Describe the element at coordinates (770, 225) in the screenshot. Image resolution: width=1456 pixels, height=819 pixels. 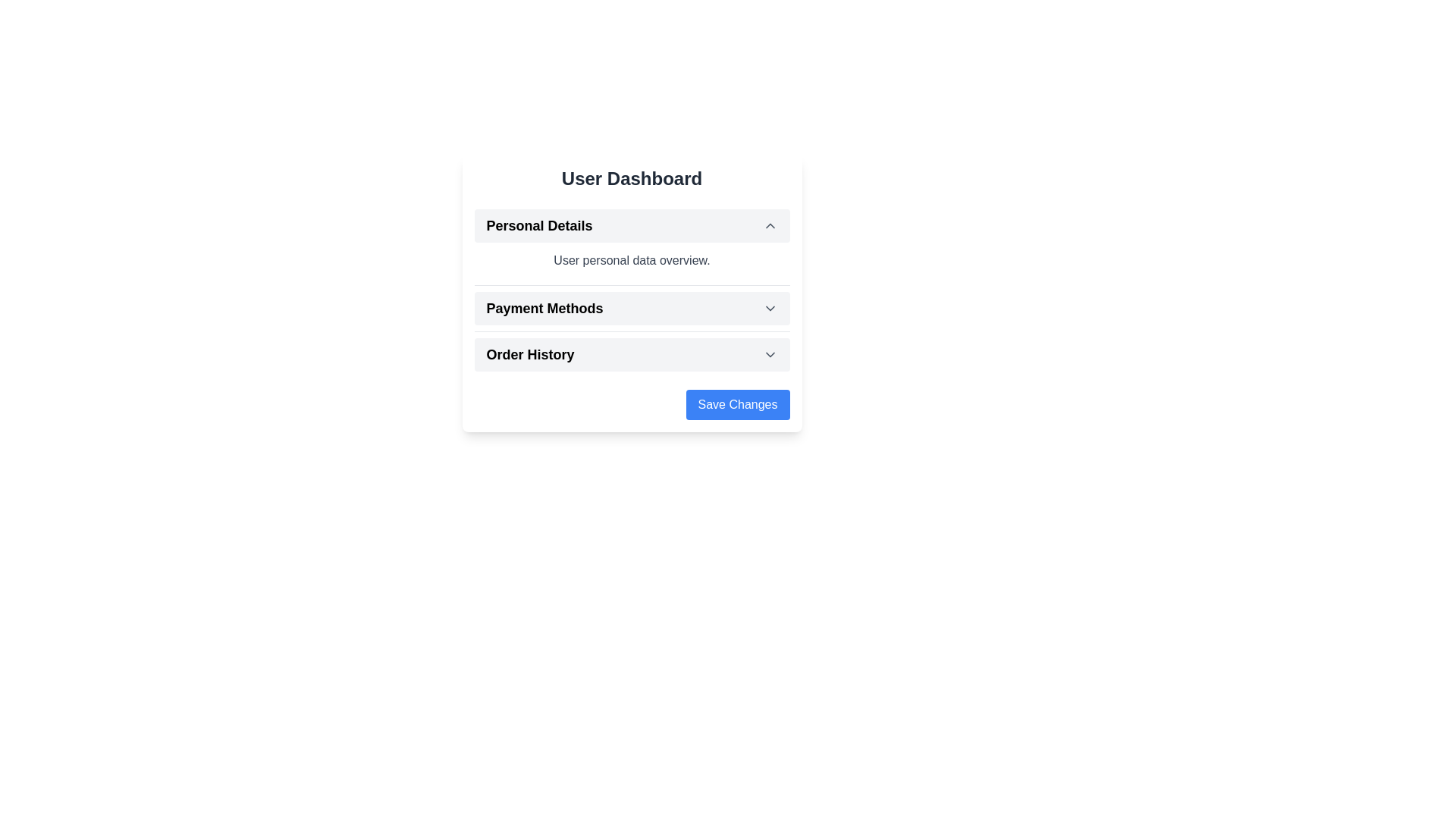
I see `the icon located at the far right of the 'Personal Details' section header` at that location.